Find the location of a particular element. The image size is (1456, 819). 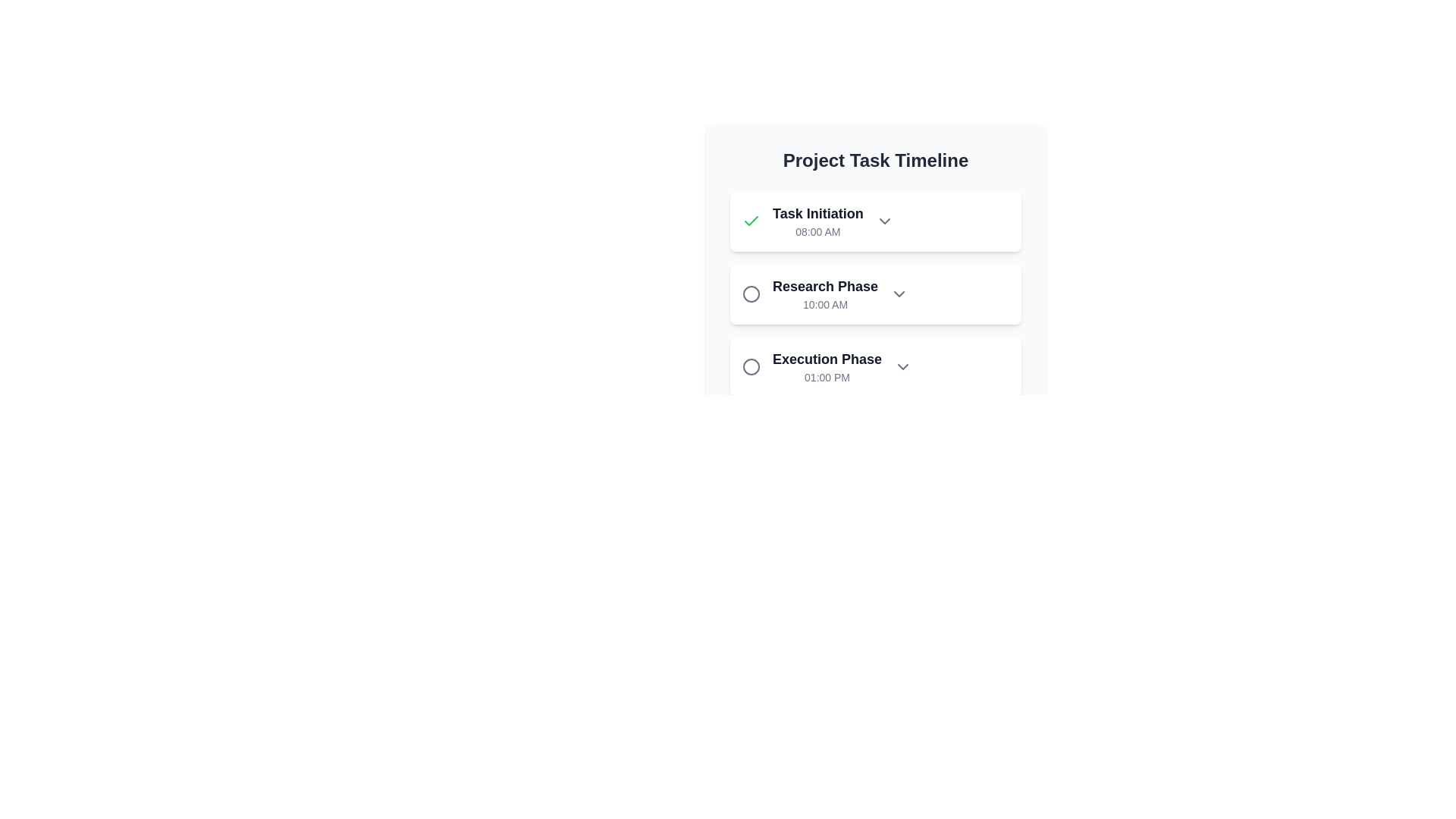

the icon button representing a dropdown functionality, which is a dark gray chevron located to the far right of the task initiation phase, next to '08:00 AM' is located at coordinates (884, 221).